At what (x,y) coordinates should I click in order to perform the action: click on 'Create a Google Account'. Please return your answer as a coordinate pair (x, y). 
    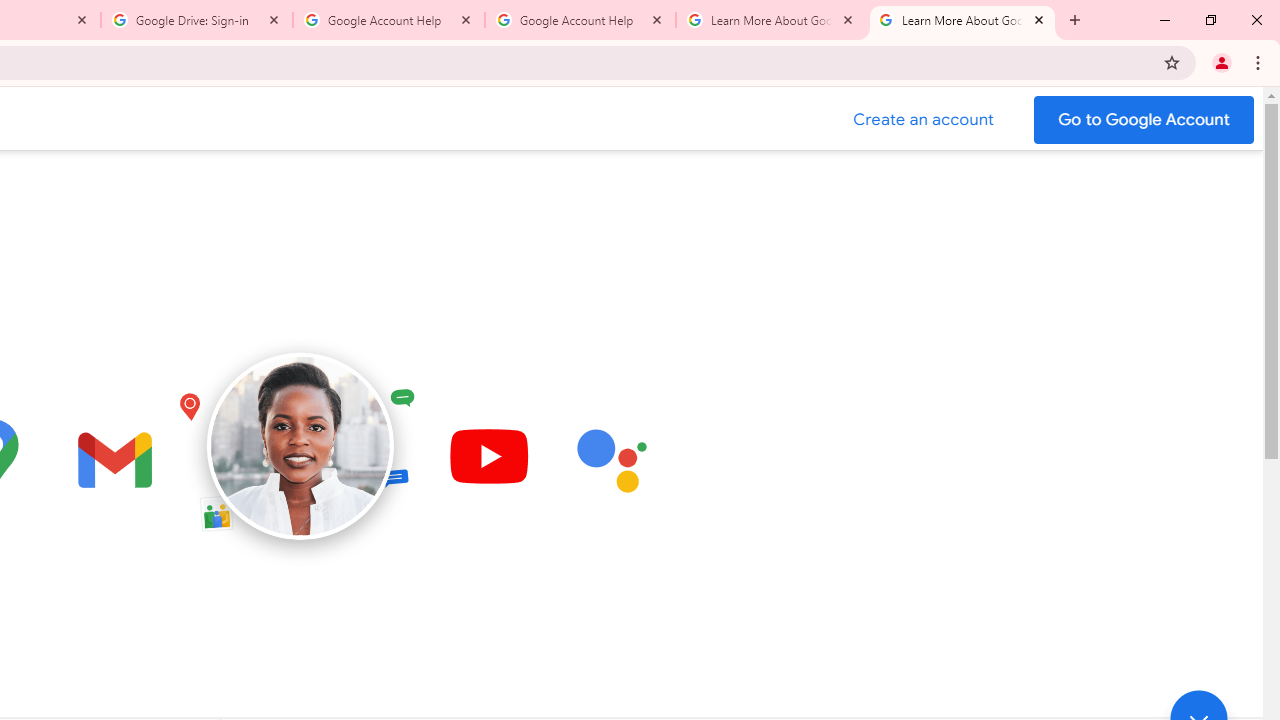
    Looking at the image, I should click on (923, 119).